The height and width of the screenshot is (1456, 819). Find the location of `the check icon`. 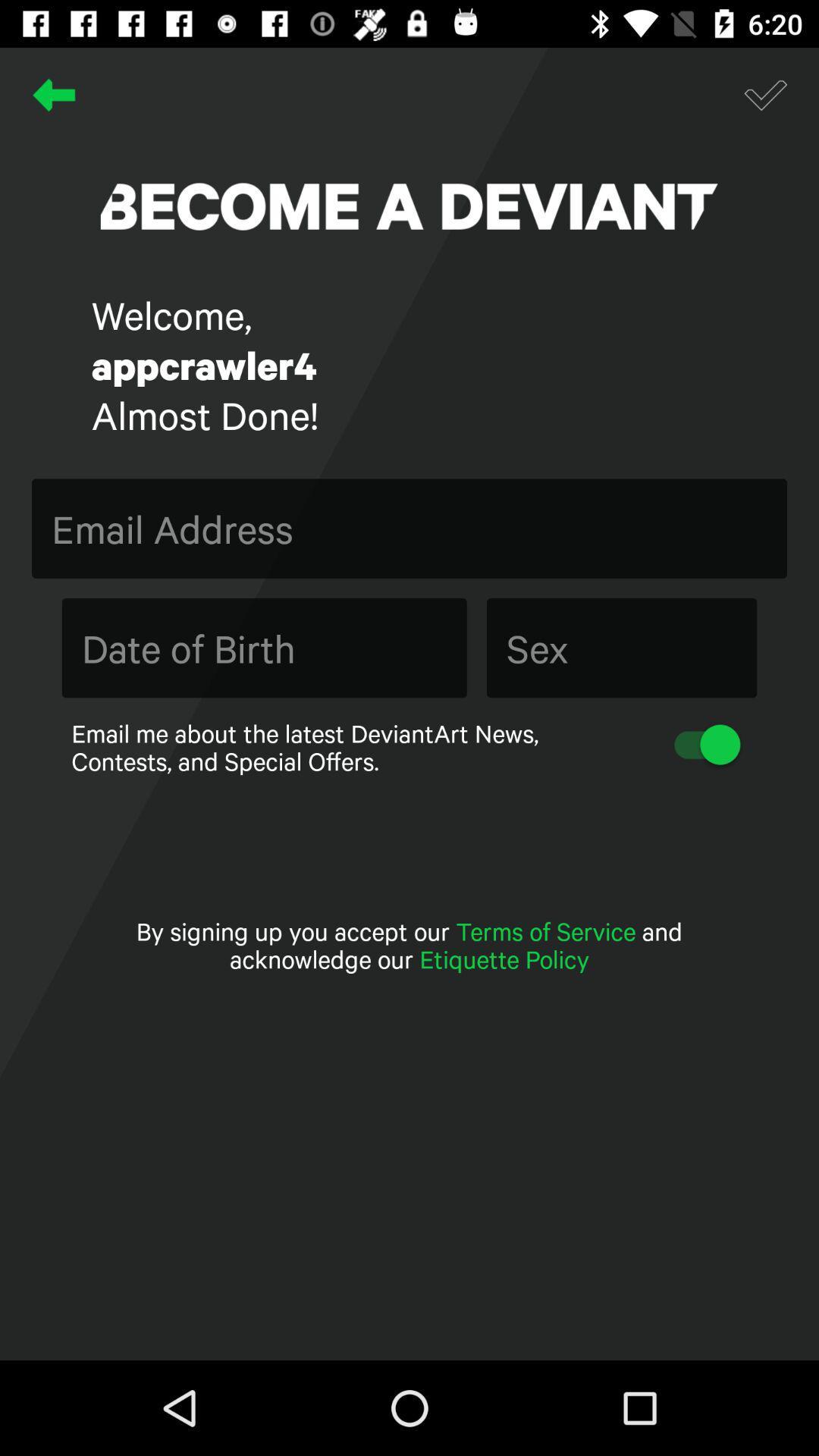

the check icon is located at coordinates (765, 94).